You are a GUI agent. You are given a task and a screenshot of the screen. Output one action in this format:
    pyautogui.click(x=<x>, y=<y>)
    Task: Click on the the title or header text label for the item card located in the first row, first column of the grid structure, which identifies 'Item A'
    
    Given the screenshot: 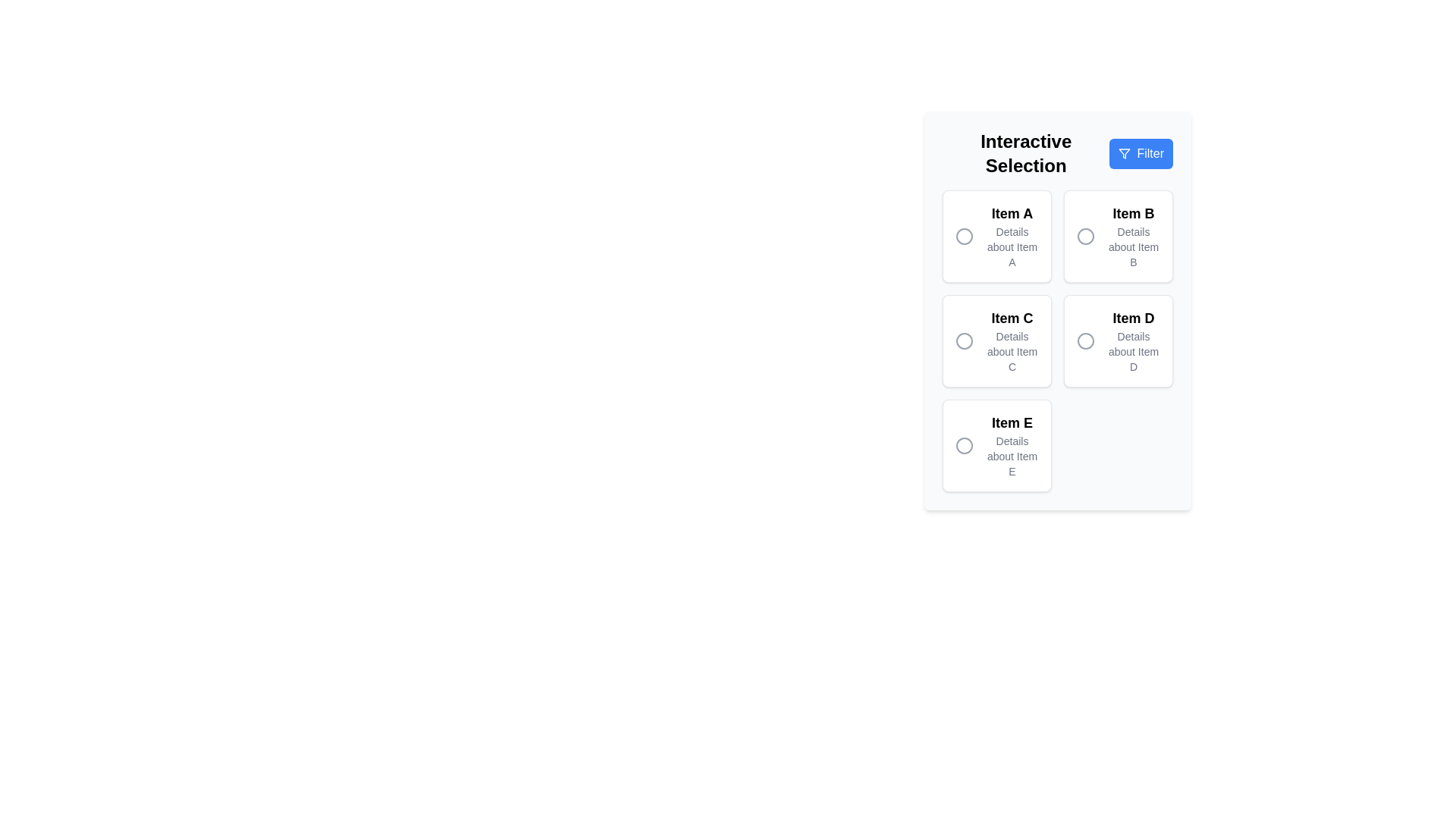 What is the action you would take?
    pyautogui.click(x=1012, y=213)
    